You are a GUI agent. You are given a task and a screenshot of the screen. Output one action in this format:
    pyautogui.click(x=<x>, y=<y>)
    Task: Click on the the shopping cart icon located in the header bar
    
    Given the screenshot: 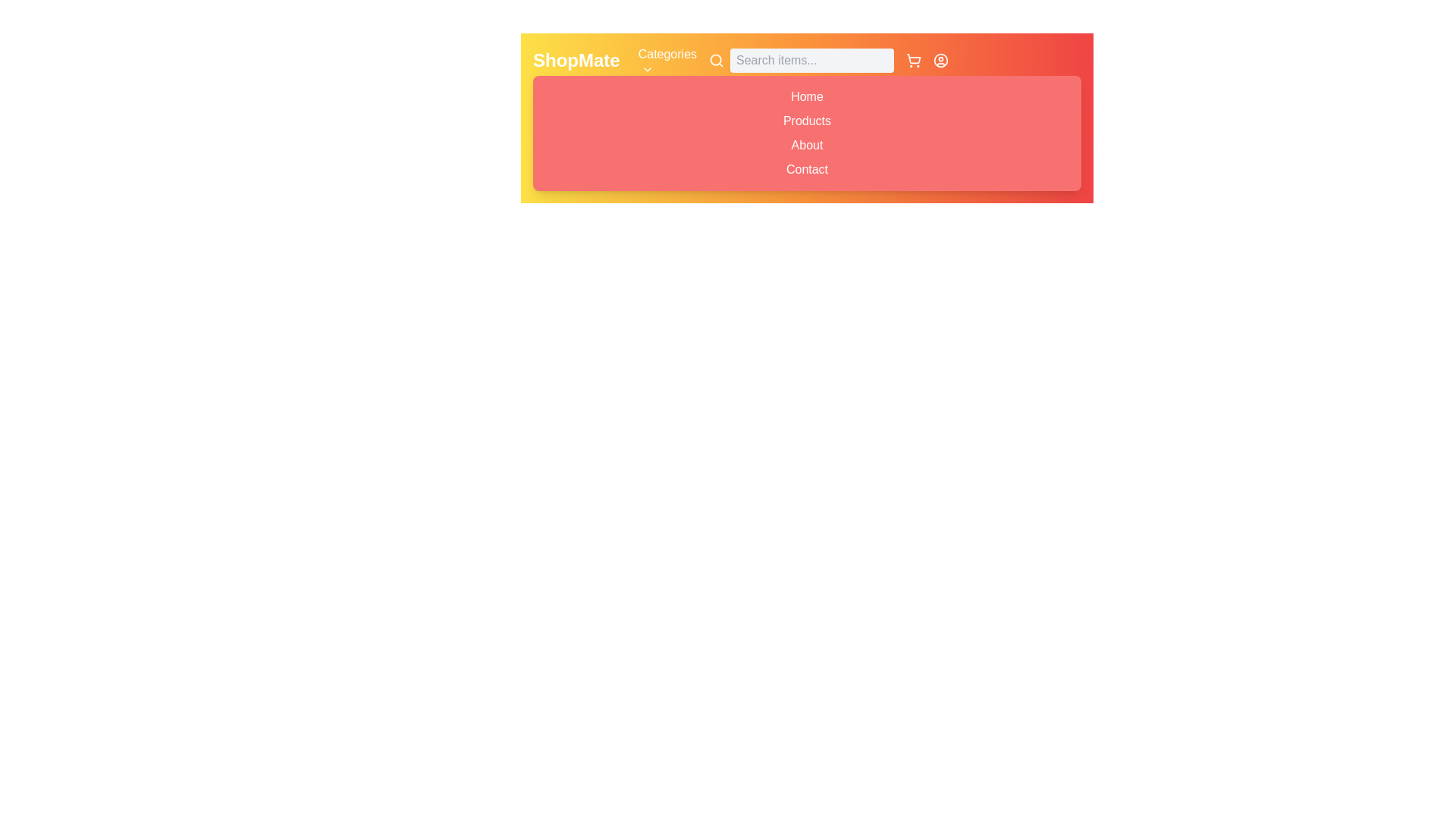 What is the action you would take?
    pyautogui.click(x=913, y=58)
    